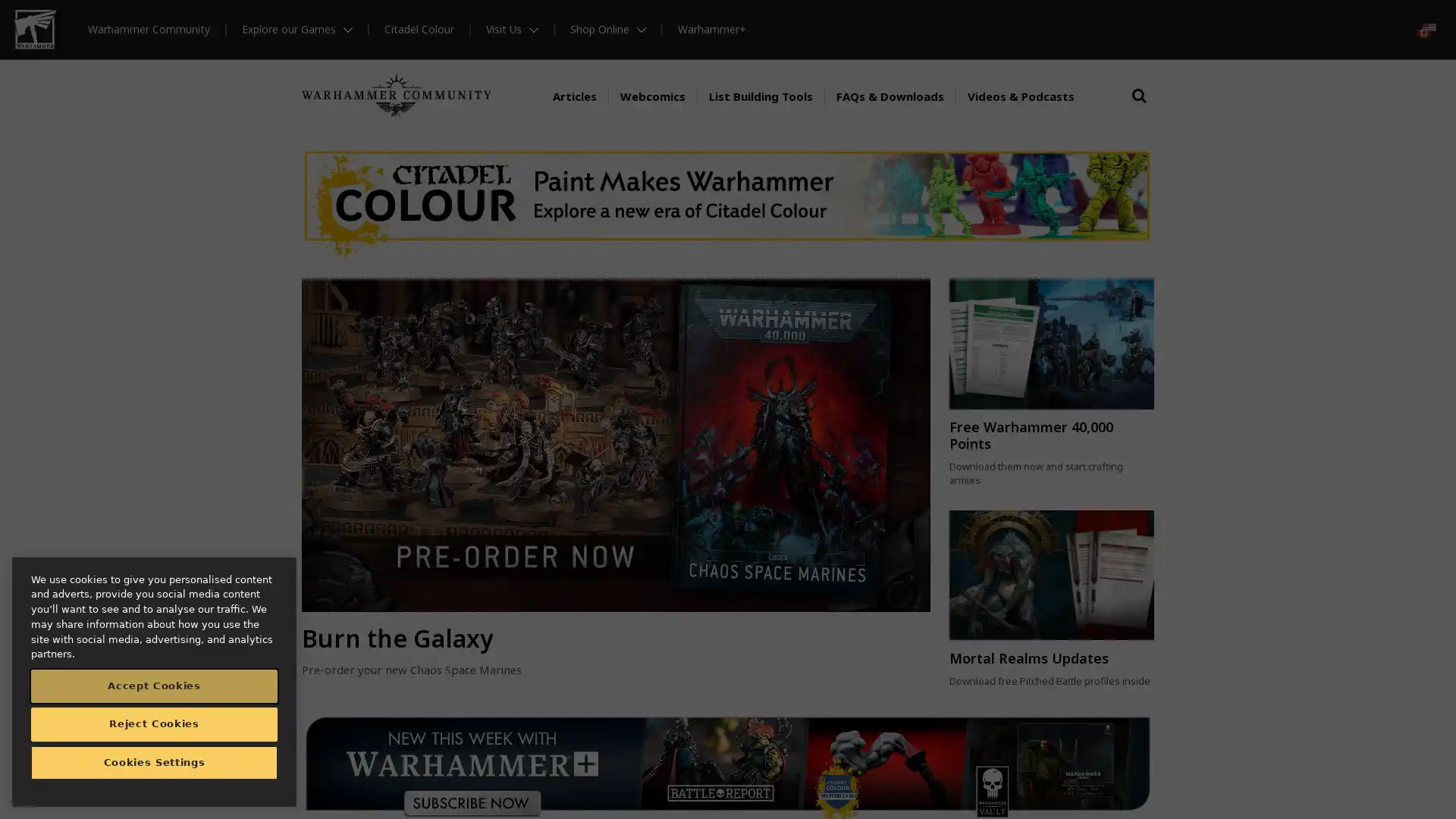 This screenshot has height=819, width=1456. Describe the element at coordinates (154, 727) in the screenshot. I see `Reject Cookies` at that location.